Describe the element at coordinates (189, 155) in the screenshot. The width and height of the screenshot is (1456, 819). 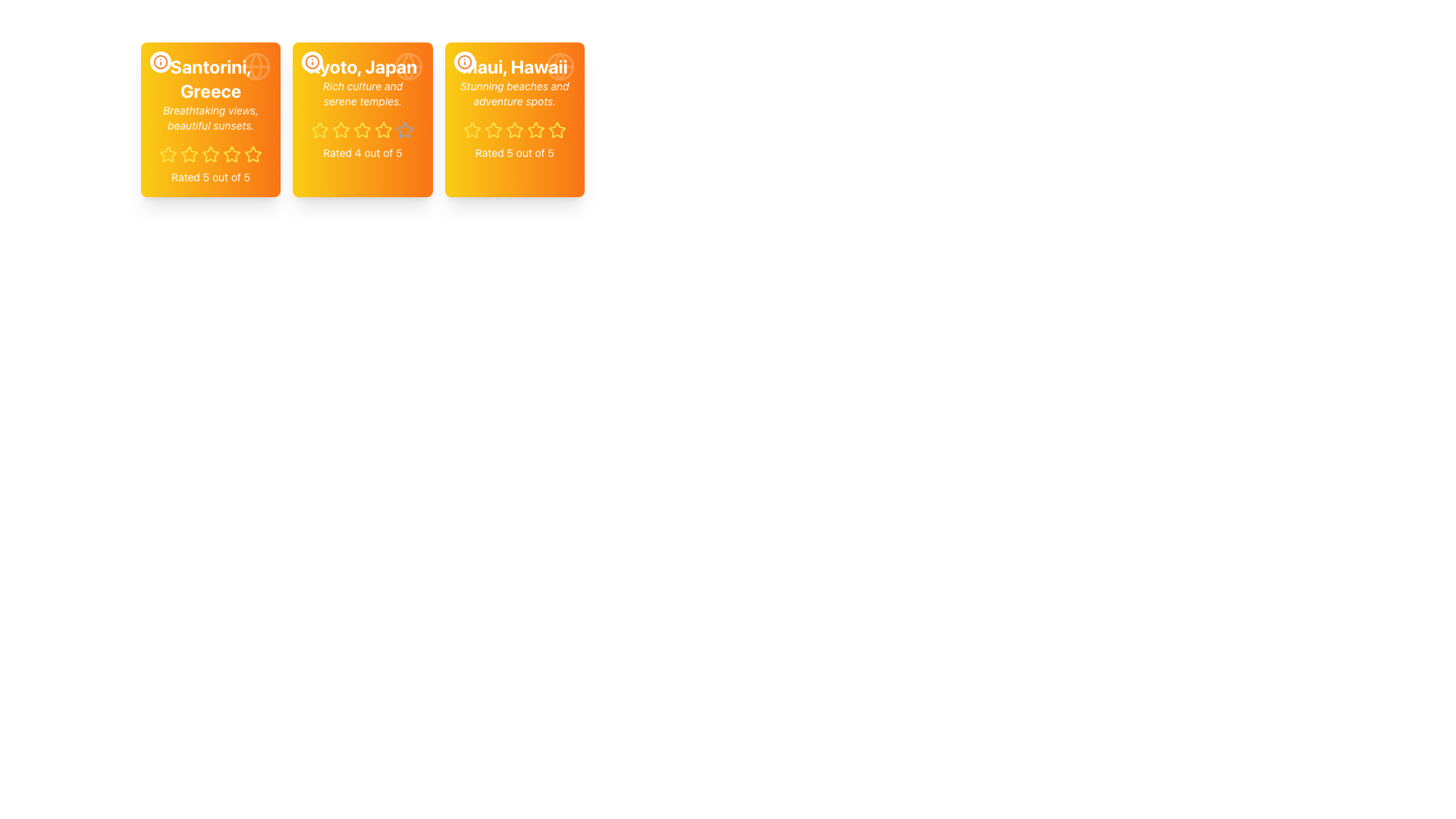
I see `the third star in the 5-star rating system under the 'Santorini, Greece' card` at that location.